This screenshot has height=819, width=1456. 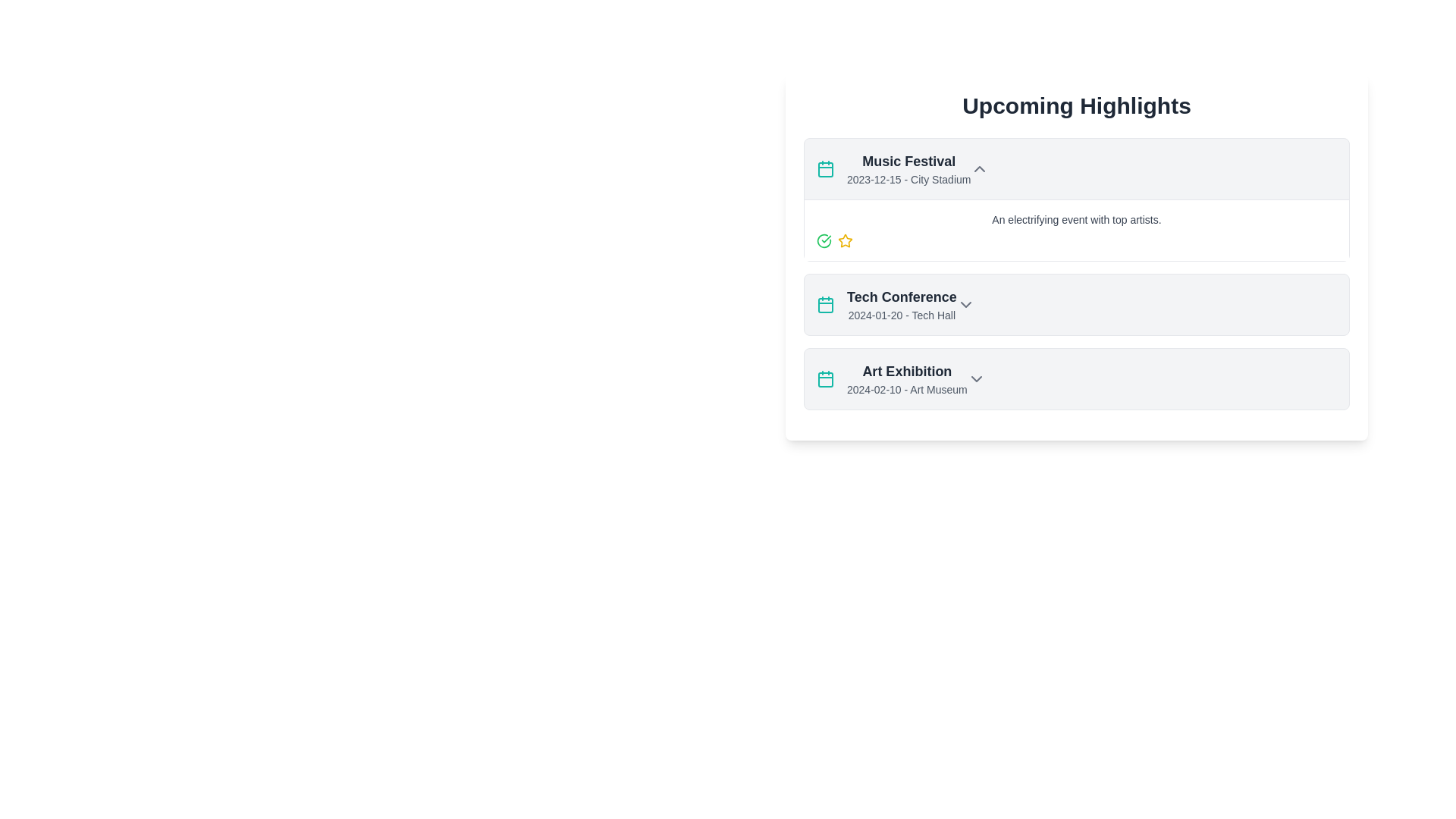 I want to click on the bold text label reading 'Music Festival' which is prominently displayed at the top of the first event entry, so click(x=908, y=161).